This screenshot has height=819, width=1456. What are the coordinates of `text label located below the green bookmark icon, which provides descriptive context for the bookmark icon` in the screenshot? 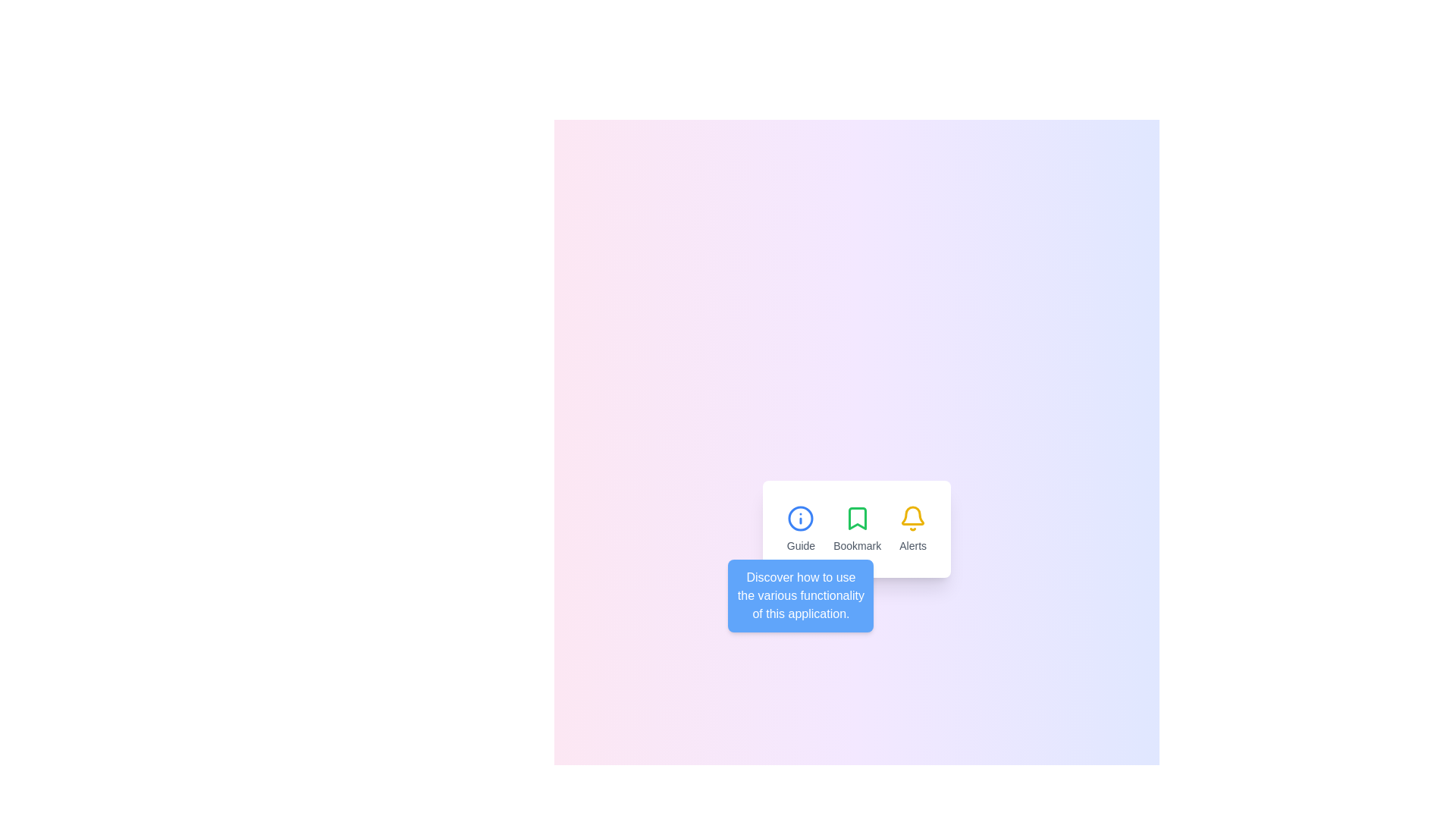 It's located at (857, 546).